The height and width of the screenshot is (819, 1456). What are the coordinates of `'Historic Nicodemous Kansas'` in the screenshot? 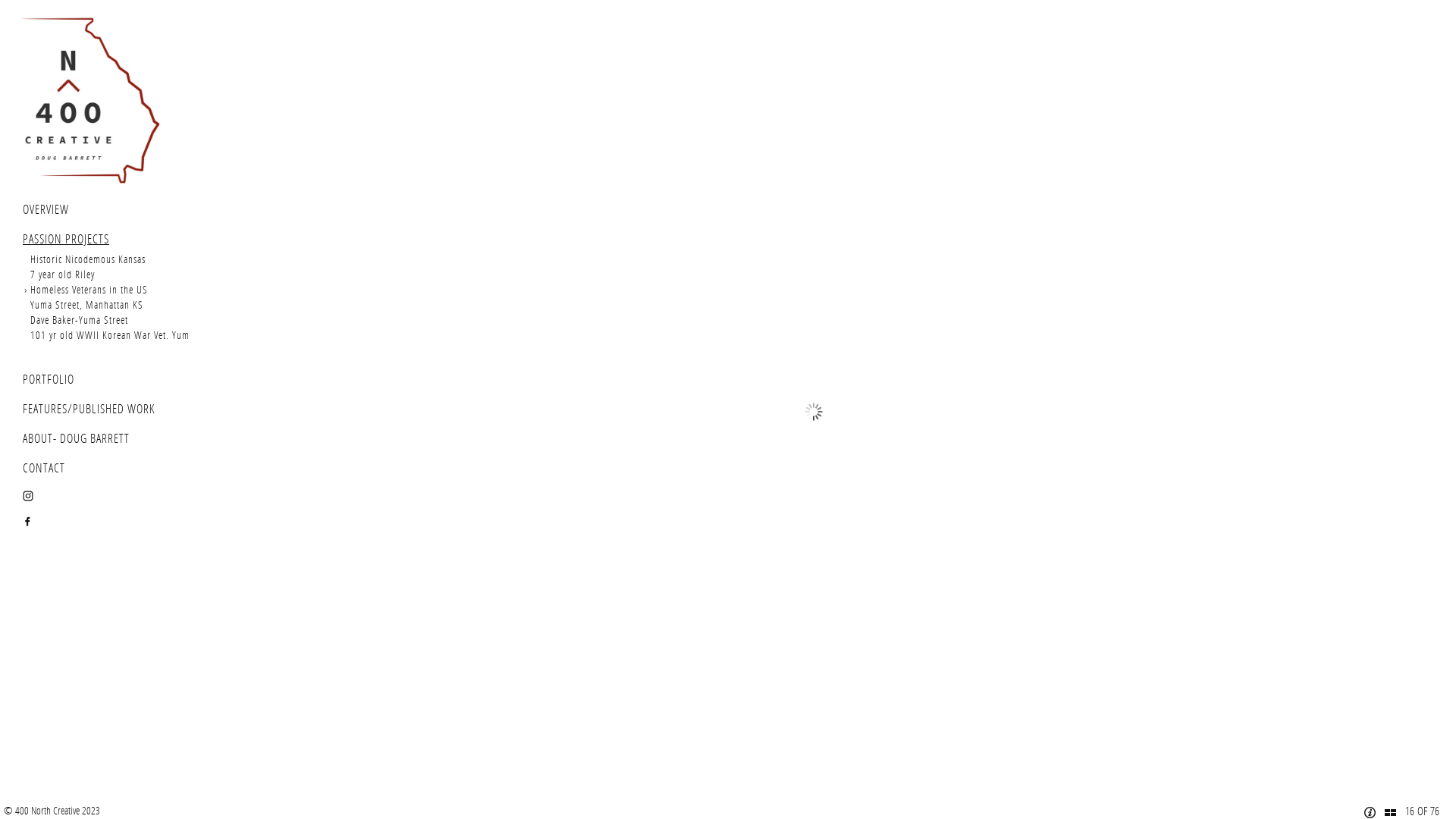 It's located at (86, 259).